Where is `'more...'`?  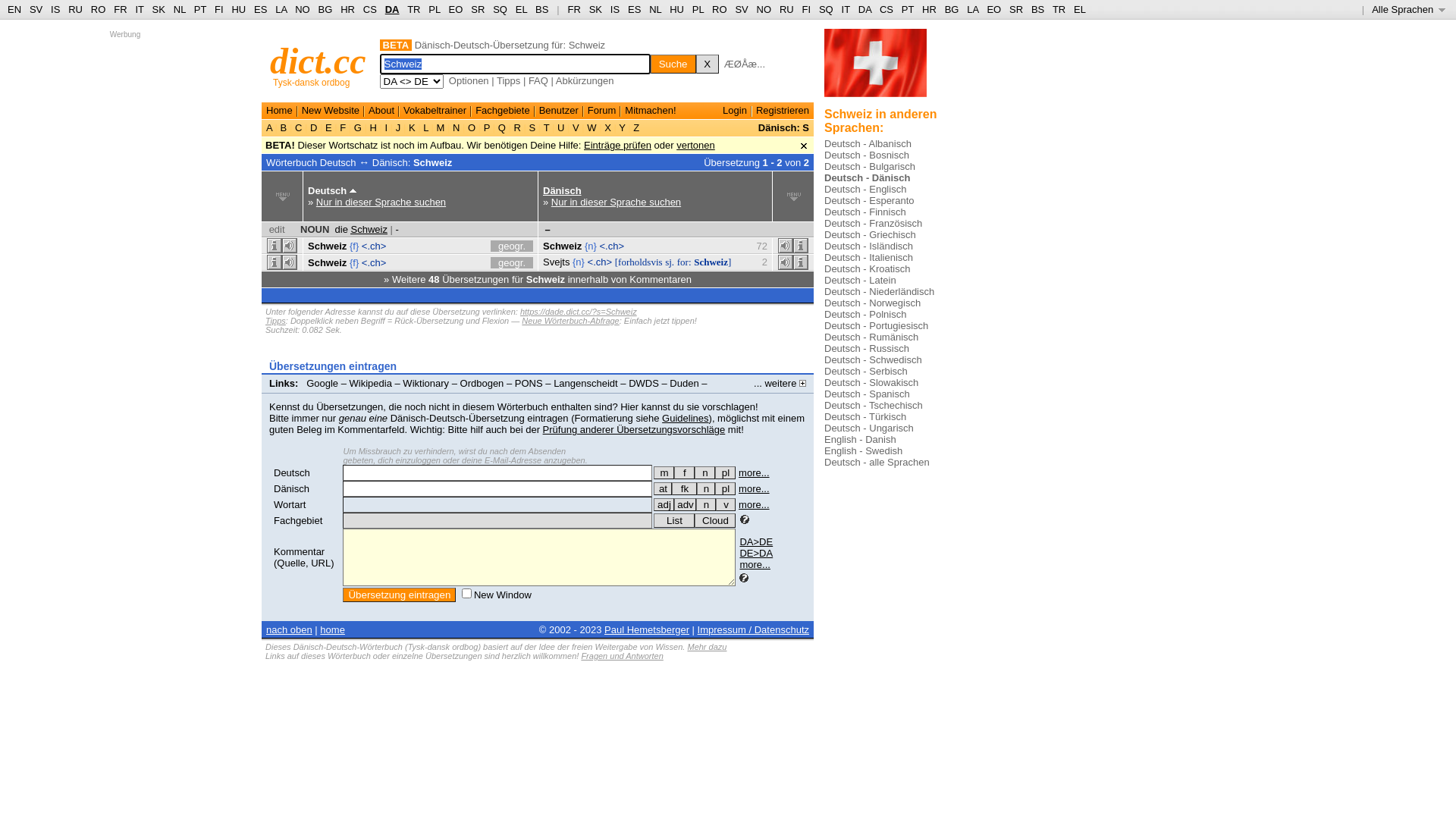
'more...' is located at coordinates (753, 472).